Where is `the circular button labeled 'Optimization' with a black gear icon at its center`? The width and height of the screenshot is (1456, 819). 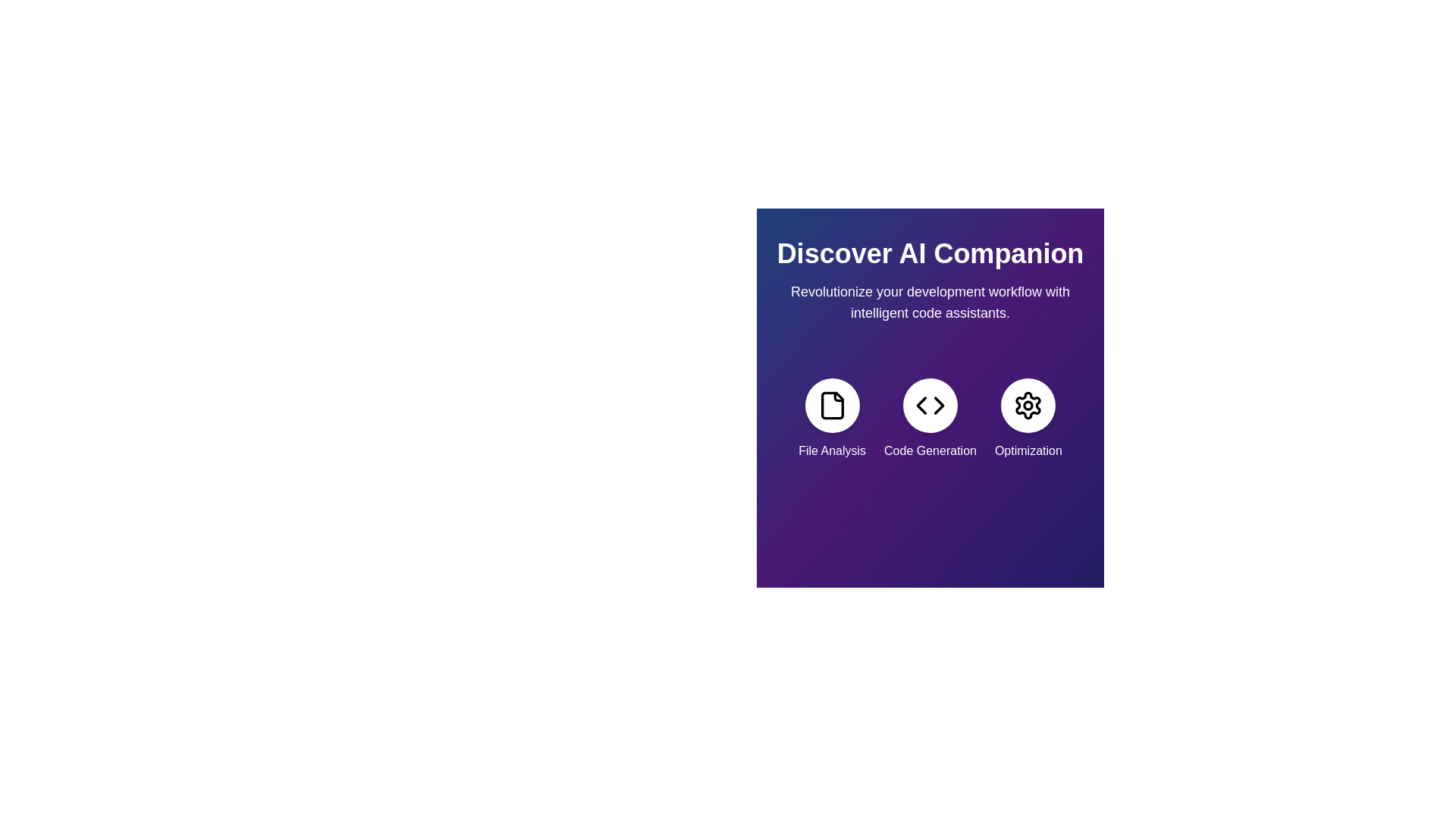 the circular button labeled 'Optimization' with a black gear icon at its center is located at coordinates (1028, 419).